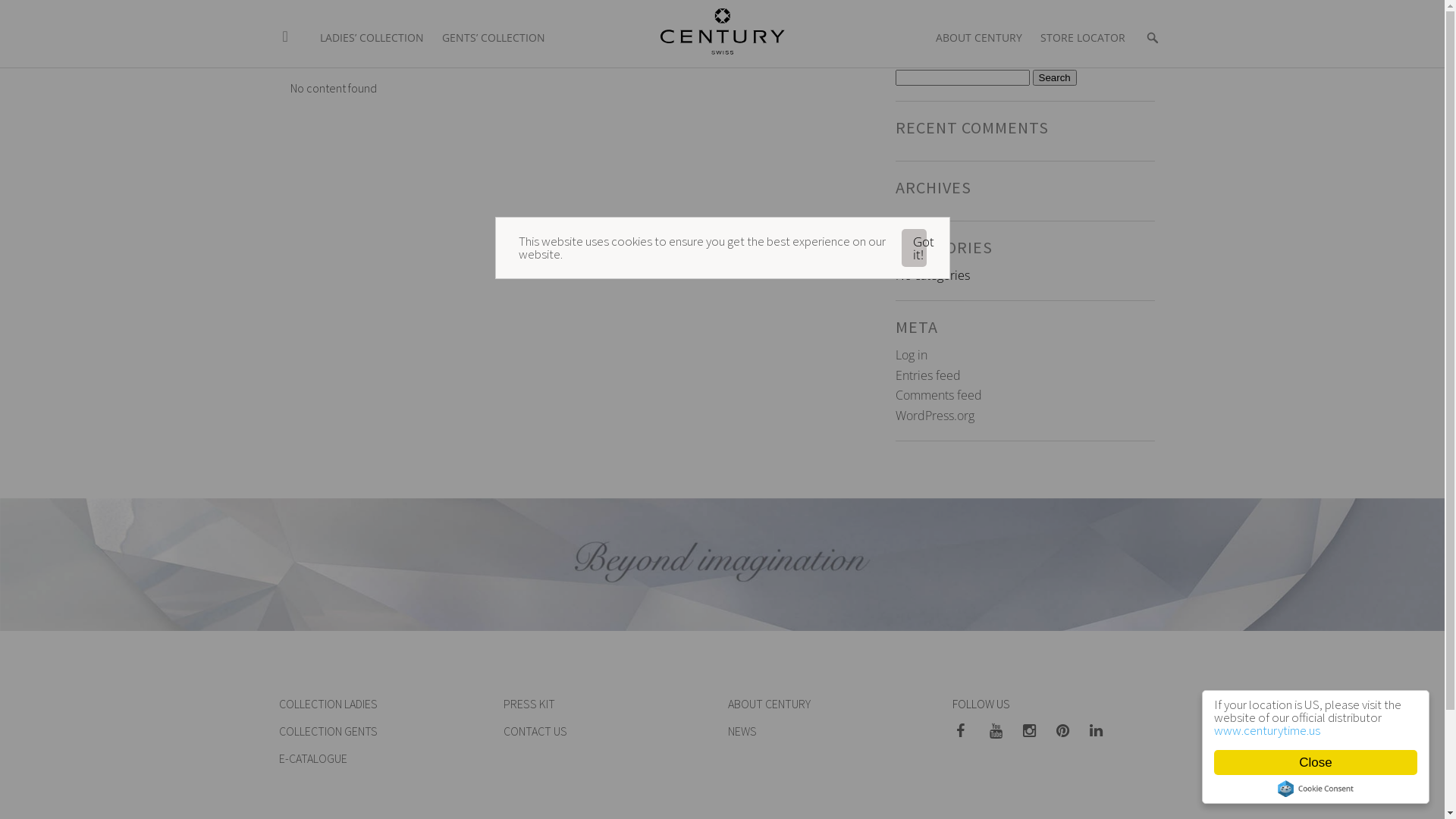 Image resolution: width=1456 pixels, height=819 pixels. Describe the element at coordinates (912, 247) in the screenshot. I see `'Got it!'` at that location.